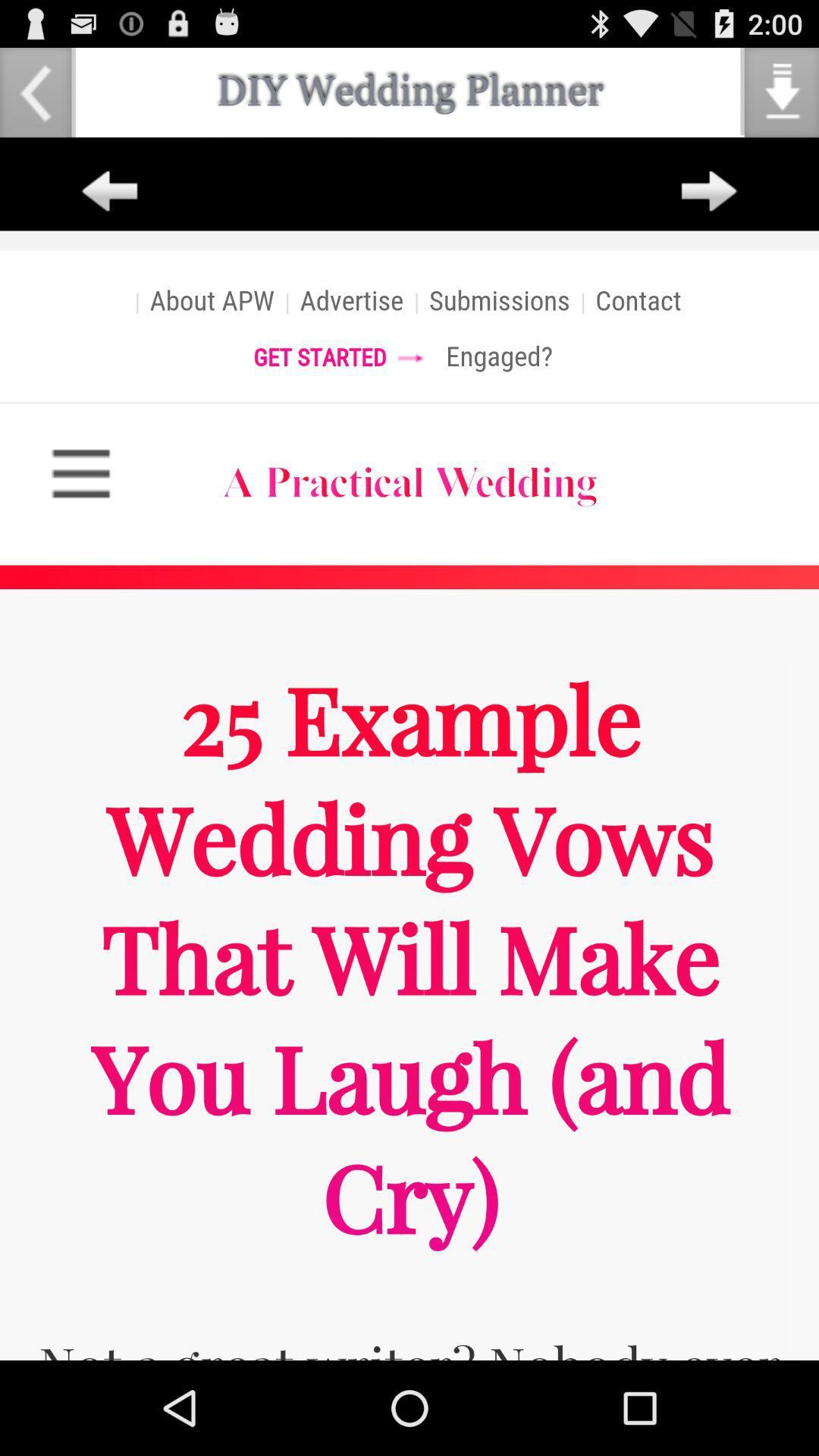 This screenshot has width=819, height=1456. Describe the element at coordinates (108, 191) in the screenshot. I see `go back` at that location.